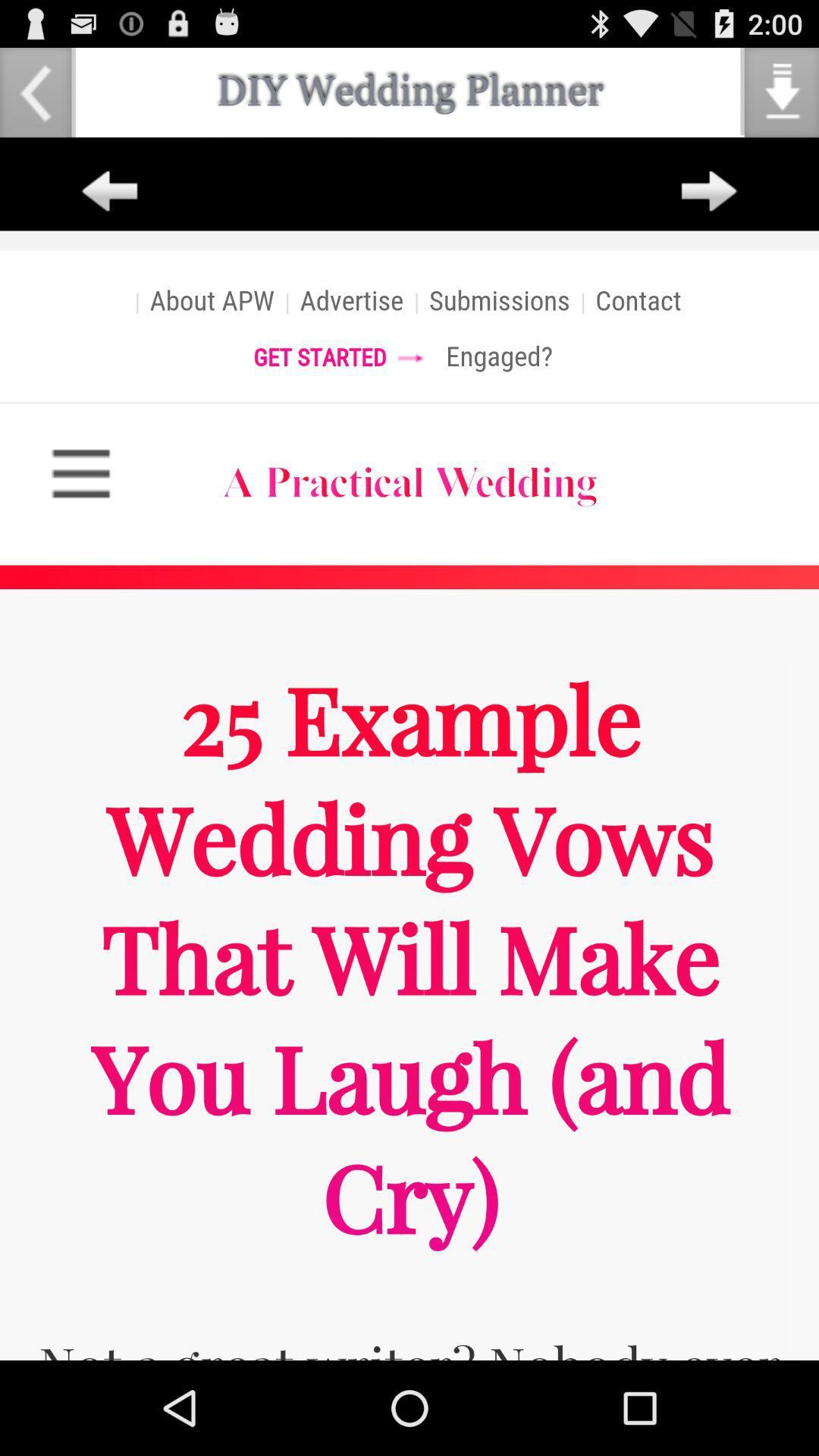 This screenshot has width=819, height=1456. Describe the element at coordinates (108, 191) in the screenshot. I see `go back` at that location.